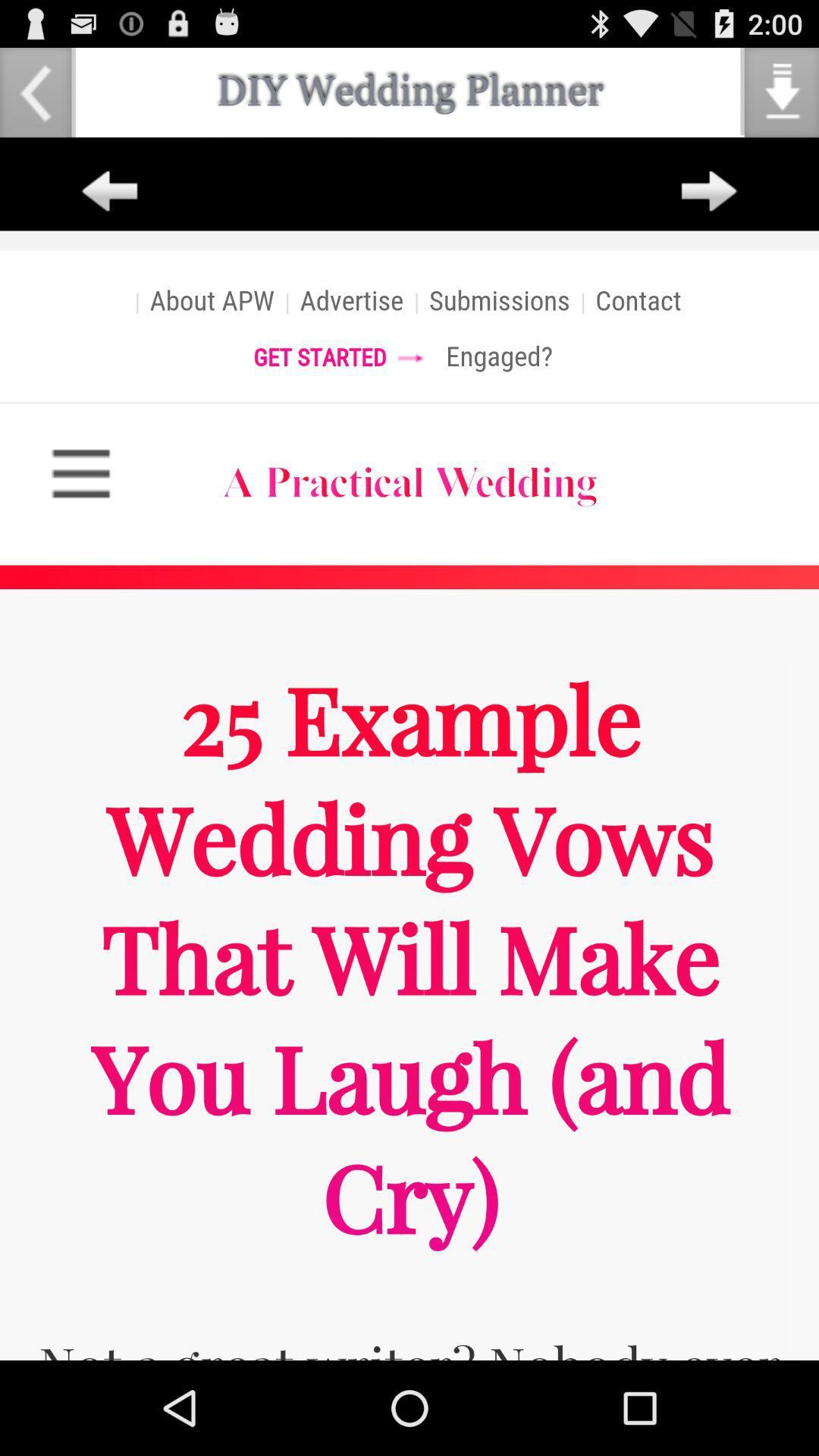 This screenshot has width=819, height=1456. Describe the element at coordinates (108, 191) in the screenshot. I see `go back` at that location.